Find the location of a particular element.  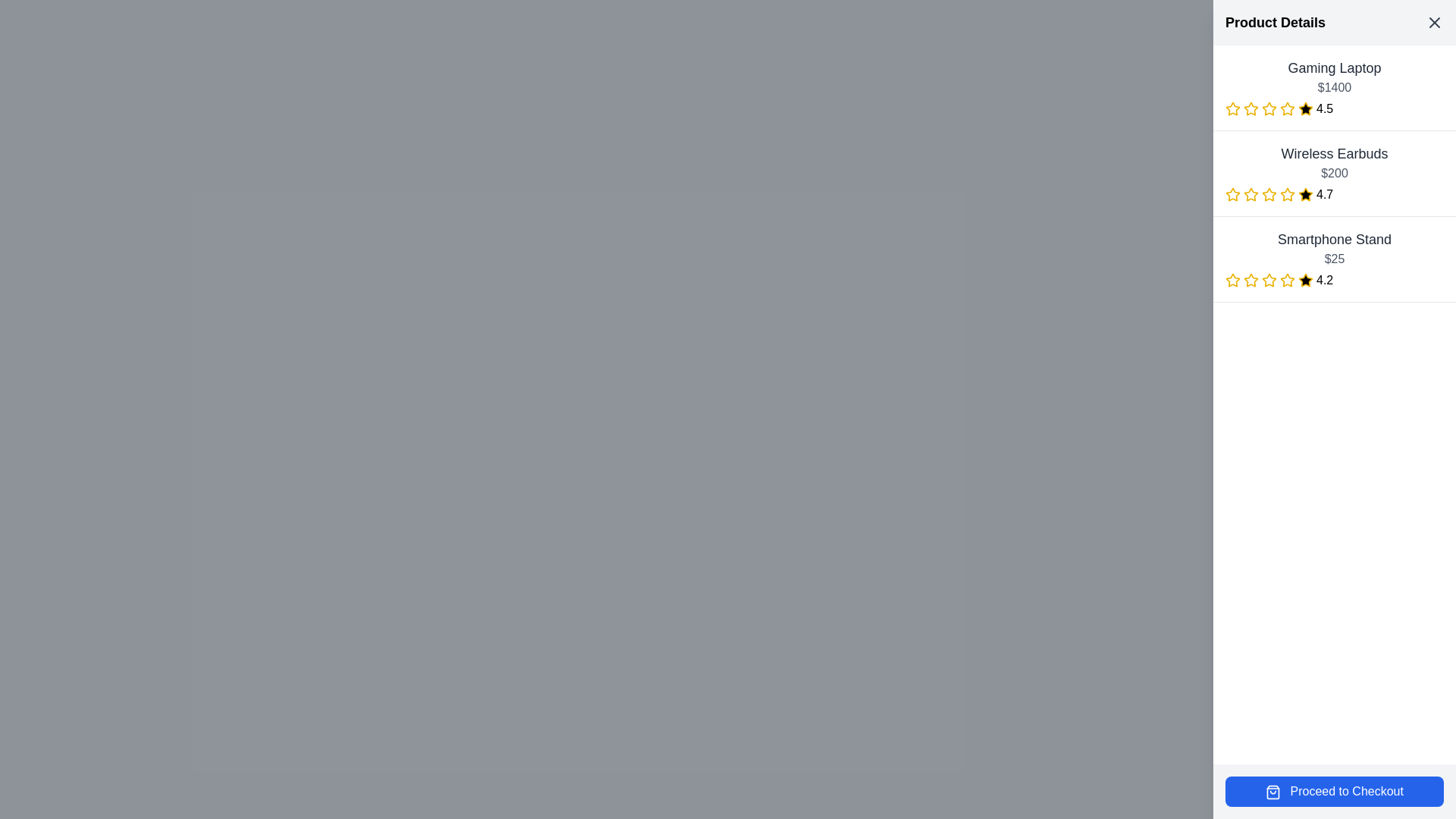

the text label for the 'Gaming Laptop' product located at the top of the first item in the product listing, which is positioned above the price label '$1400' is located at coordinates (1335, 67).